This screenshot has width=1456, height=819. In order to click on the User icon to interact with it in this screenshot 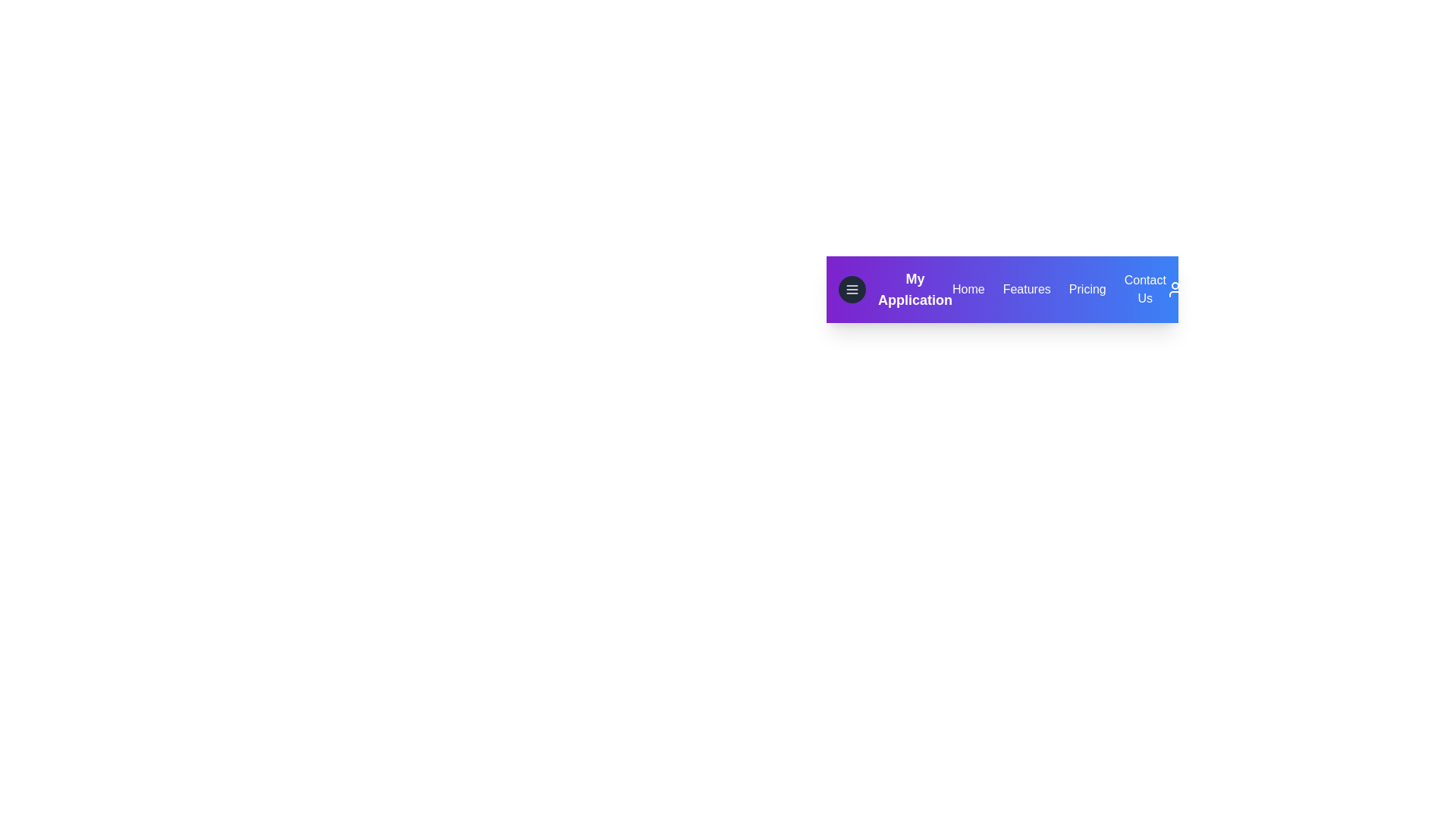, I will do `click(1174, 289)`.